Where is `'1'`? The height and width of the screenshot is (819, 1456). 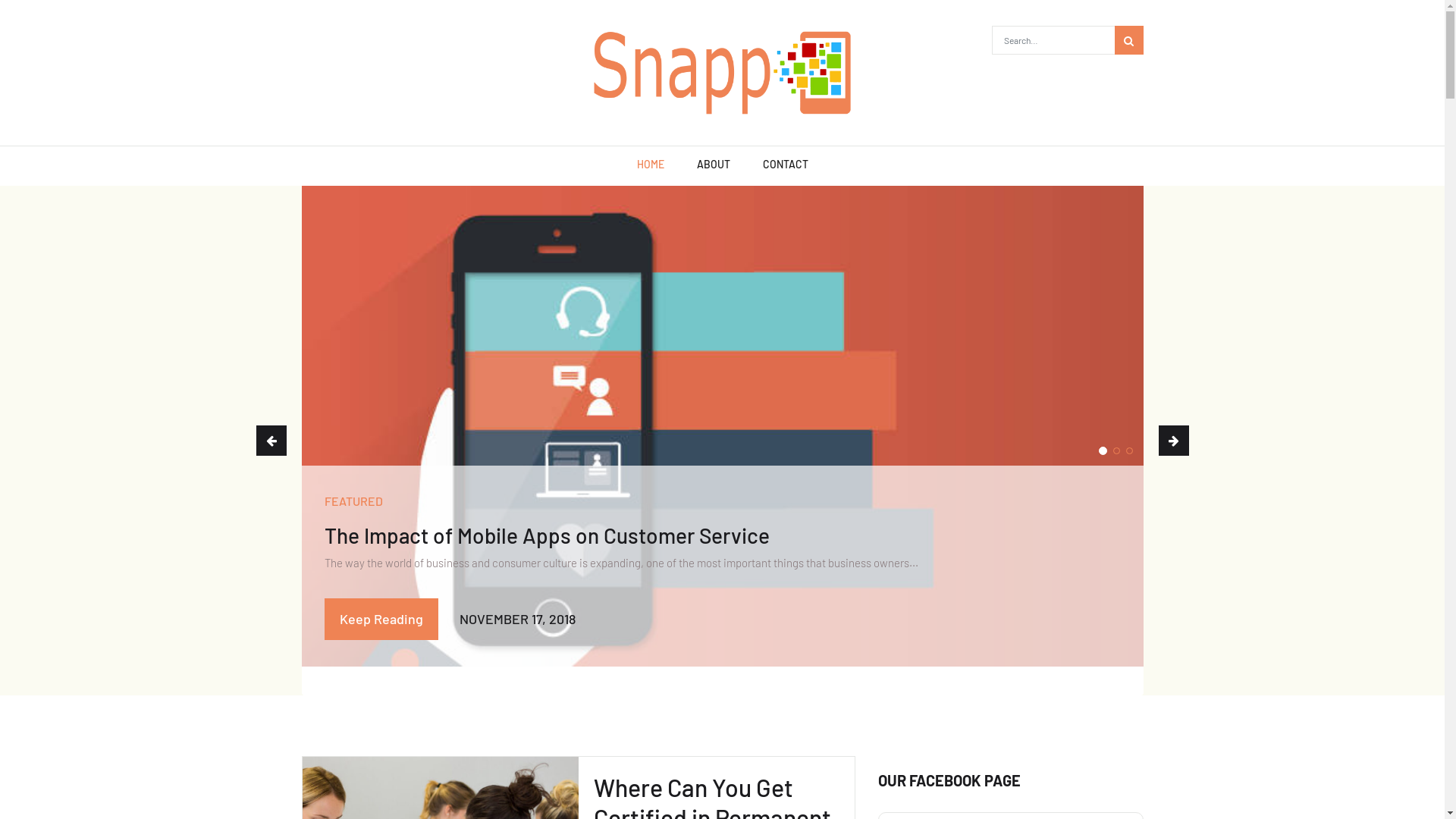
'1' is located at coordinates (1102, 450).